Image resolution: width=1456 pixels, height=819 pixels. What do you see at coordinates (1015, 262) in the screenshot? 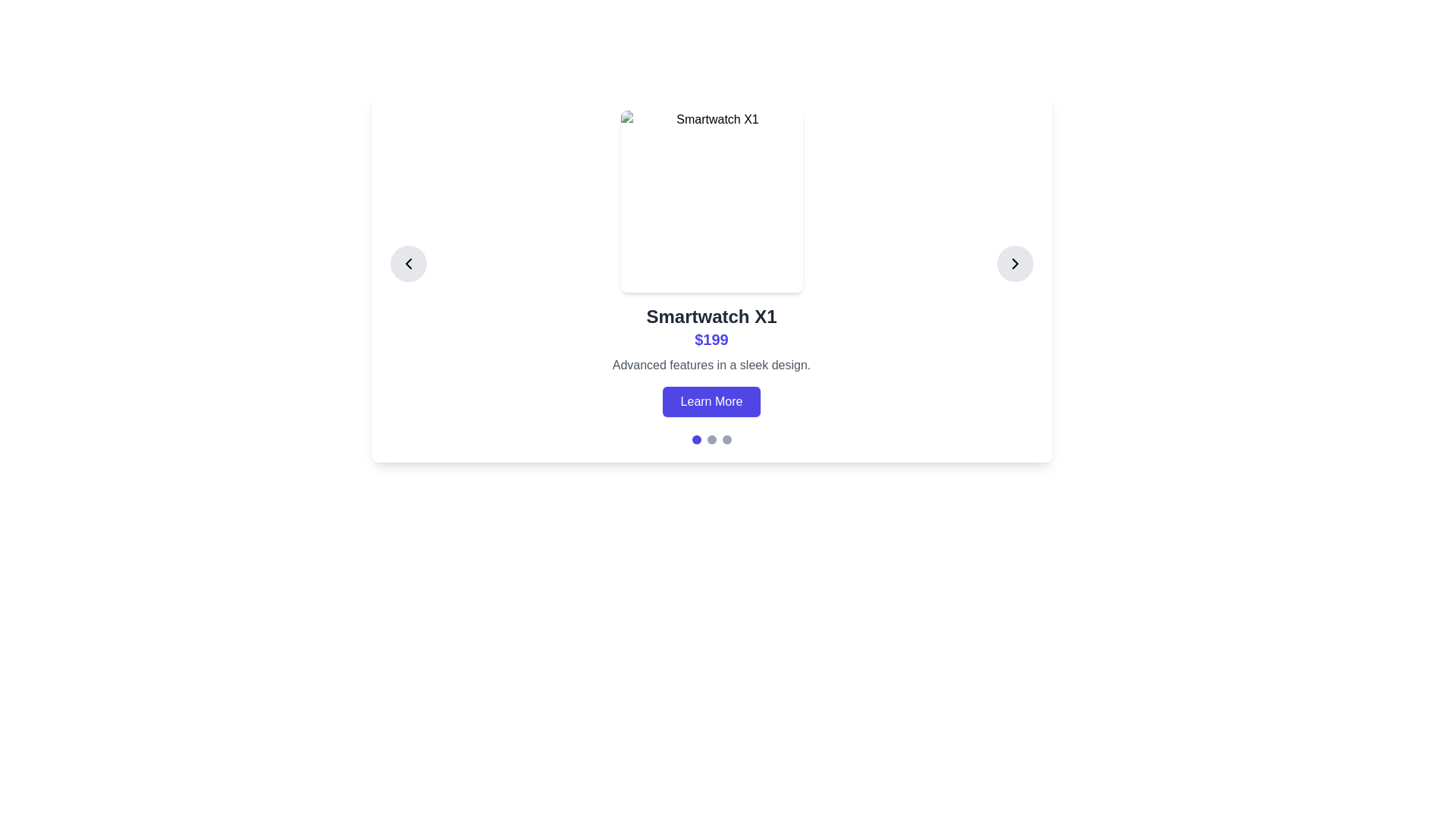
I see `the 'Next' button located at the right side of the carousel` at bounding box center [1015, 262].